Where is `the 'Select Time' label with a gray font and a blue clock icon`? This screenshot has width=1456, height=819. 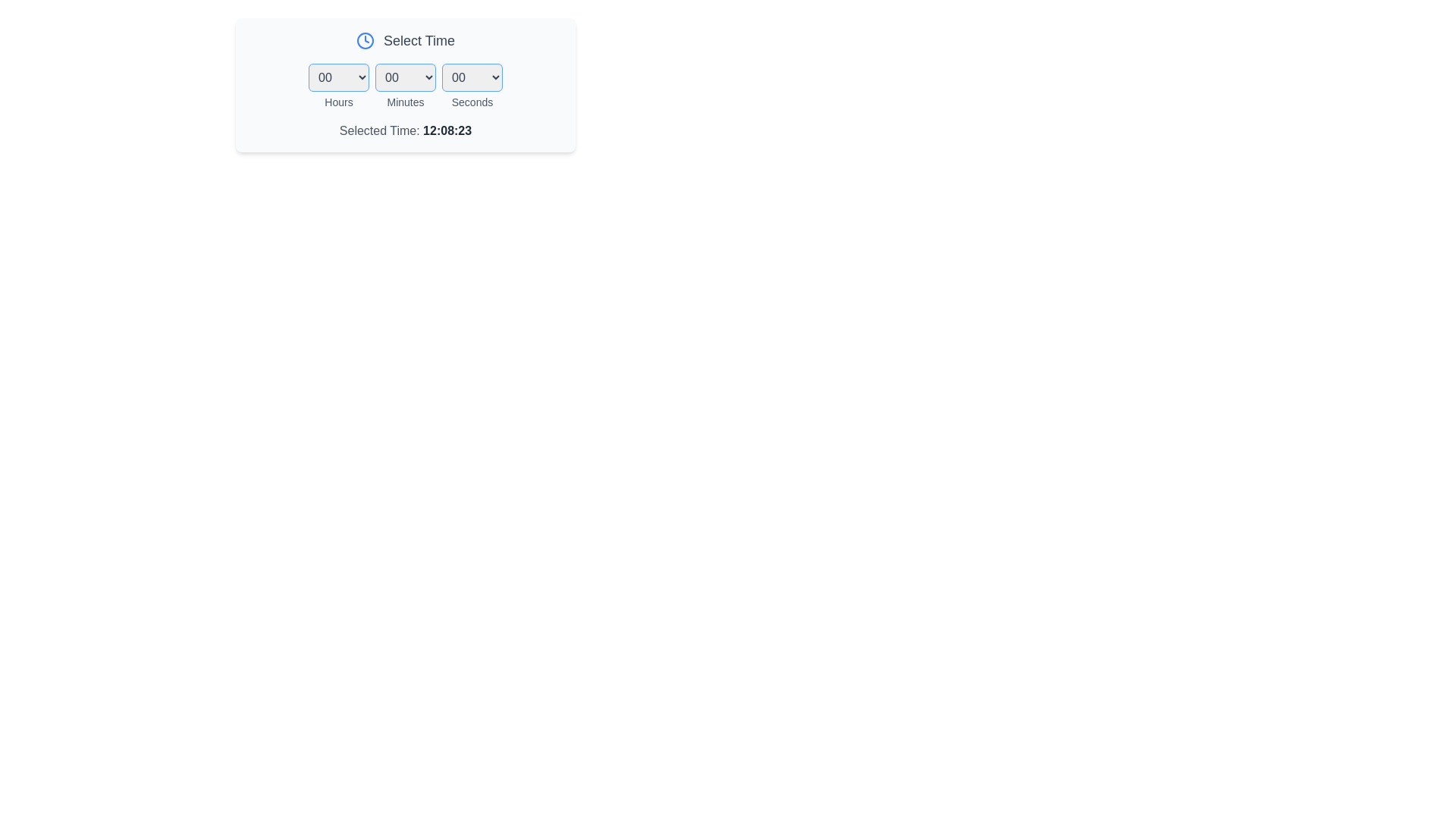 the 'Select Time' label with a gray font and a blue clock icon is located at coordinates (405, 40).